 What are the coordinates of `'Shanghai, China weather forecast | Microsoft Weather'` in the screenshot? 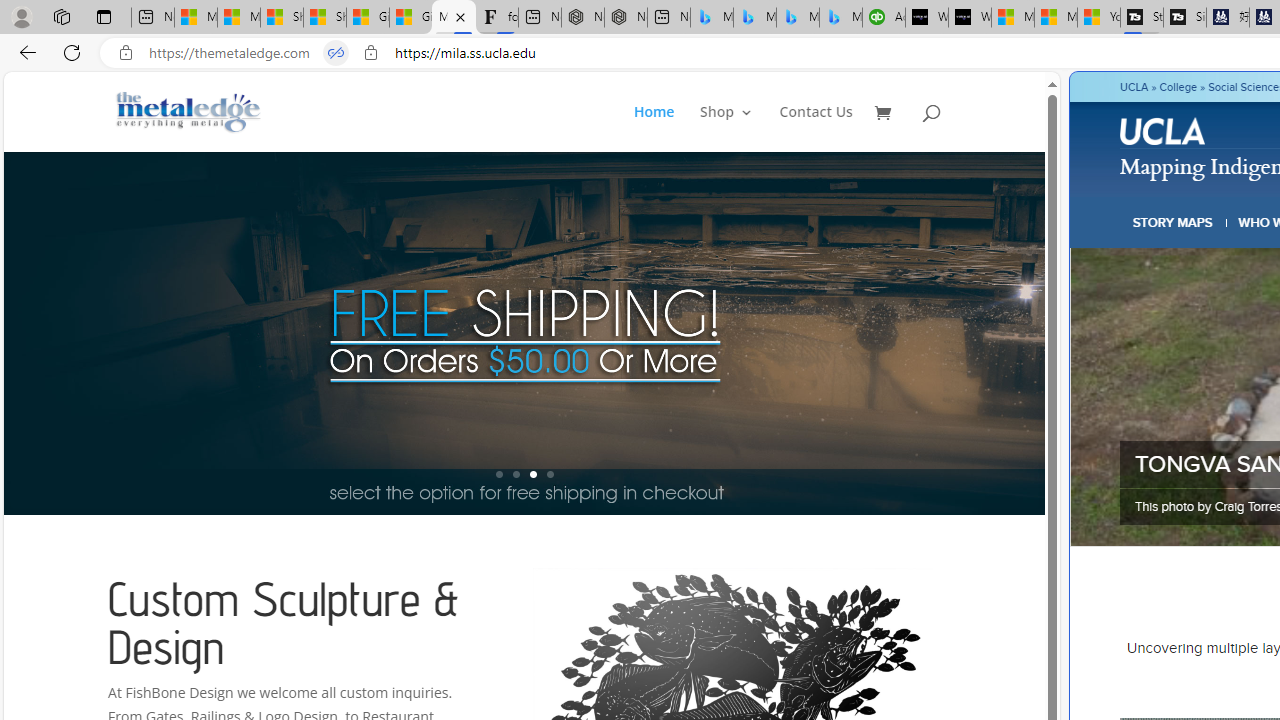 It's located at (324, 17).